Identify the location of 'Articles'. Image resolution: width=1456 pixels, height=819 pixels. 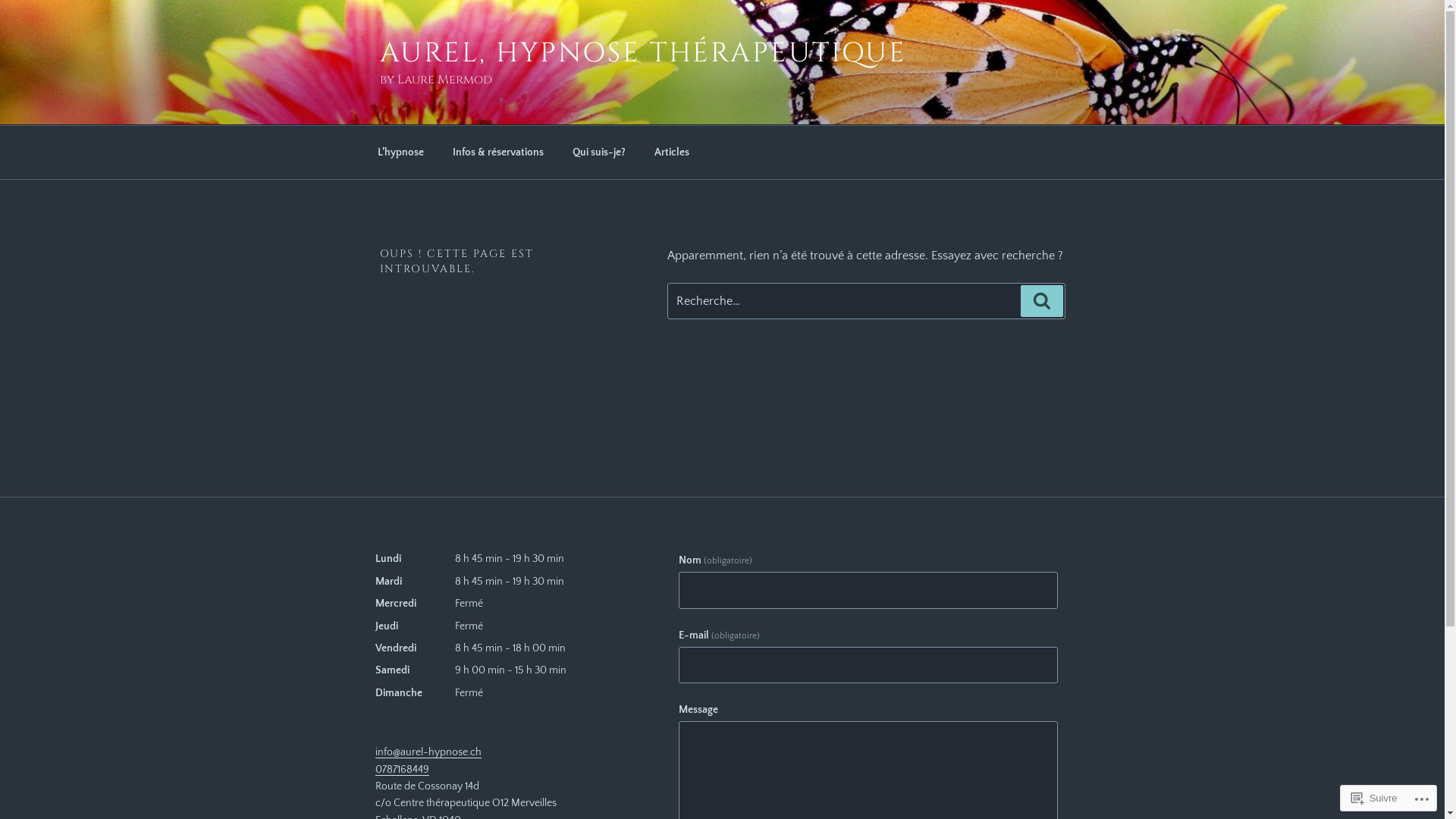
(671, 152).